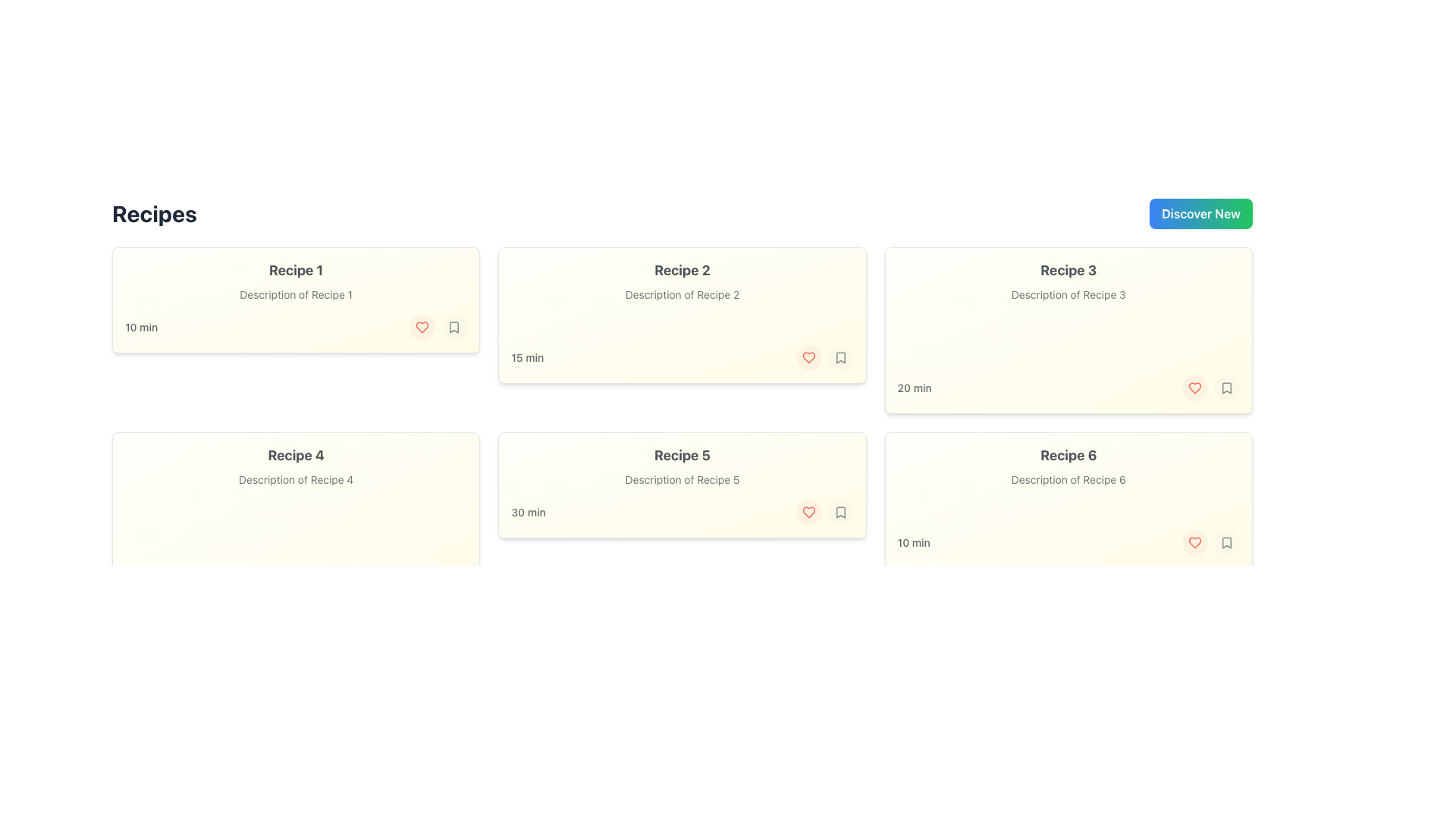  I want to click on the bookmarking button located to the right of the red-colored heart icon button in the bottom right corner of the 'Recipe 3' card, so click(1226, 388).